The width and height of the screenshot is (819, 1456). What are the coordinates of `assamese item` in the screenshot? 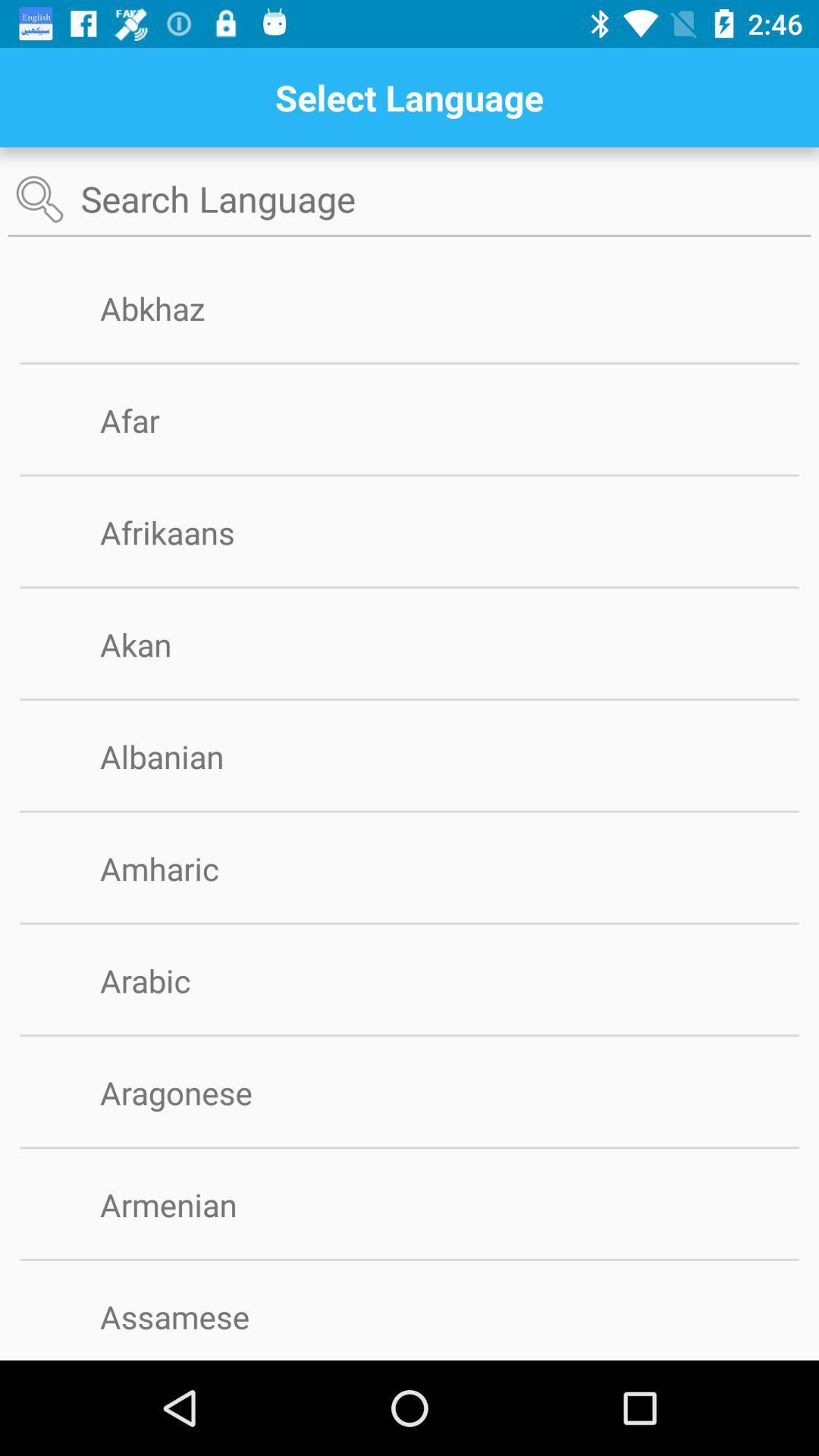 It's located at (199, 1316).